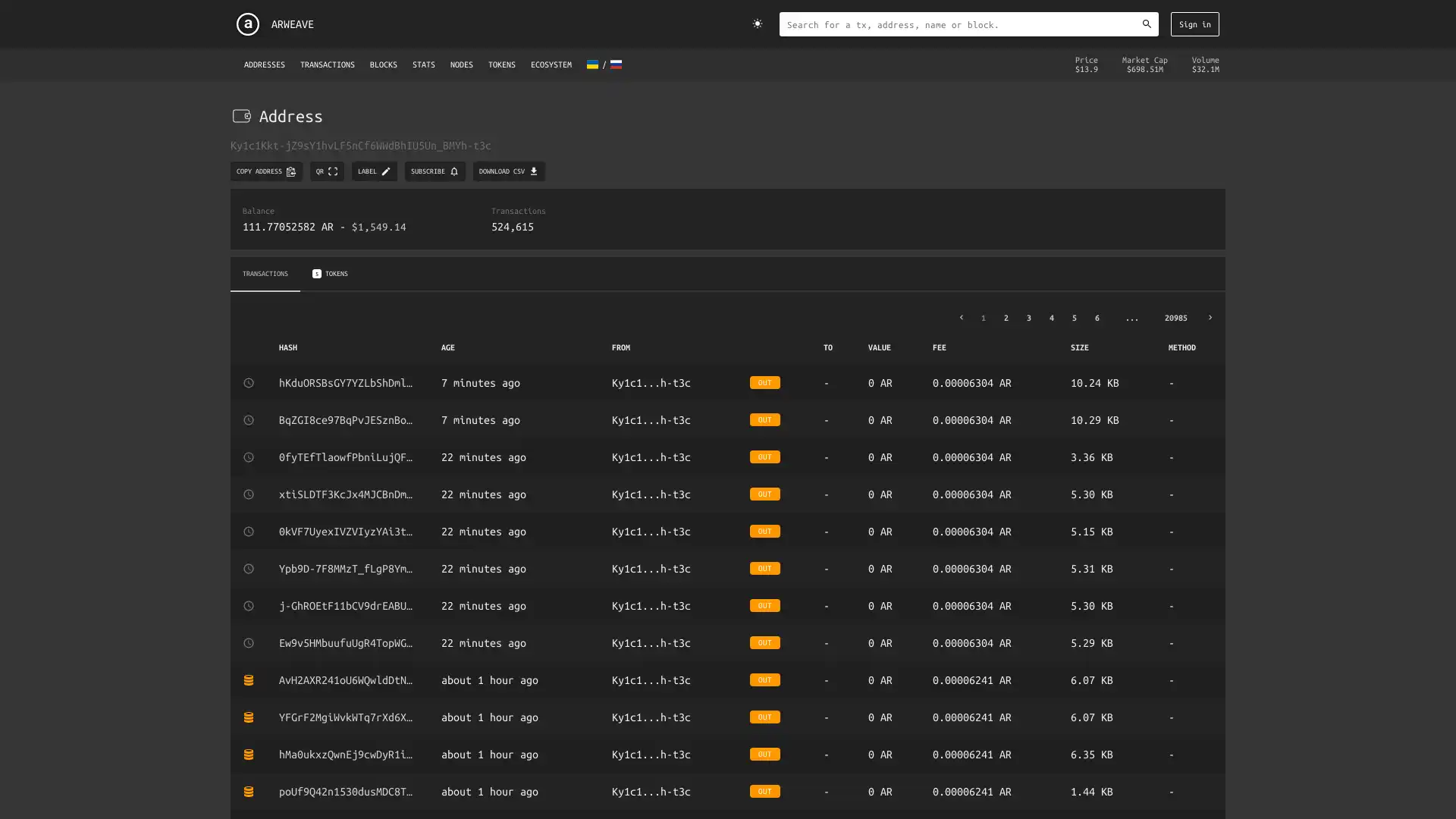 The height and width of the screenshot is (819, 1456). I want to click on Page 4, so click(1050, 315).